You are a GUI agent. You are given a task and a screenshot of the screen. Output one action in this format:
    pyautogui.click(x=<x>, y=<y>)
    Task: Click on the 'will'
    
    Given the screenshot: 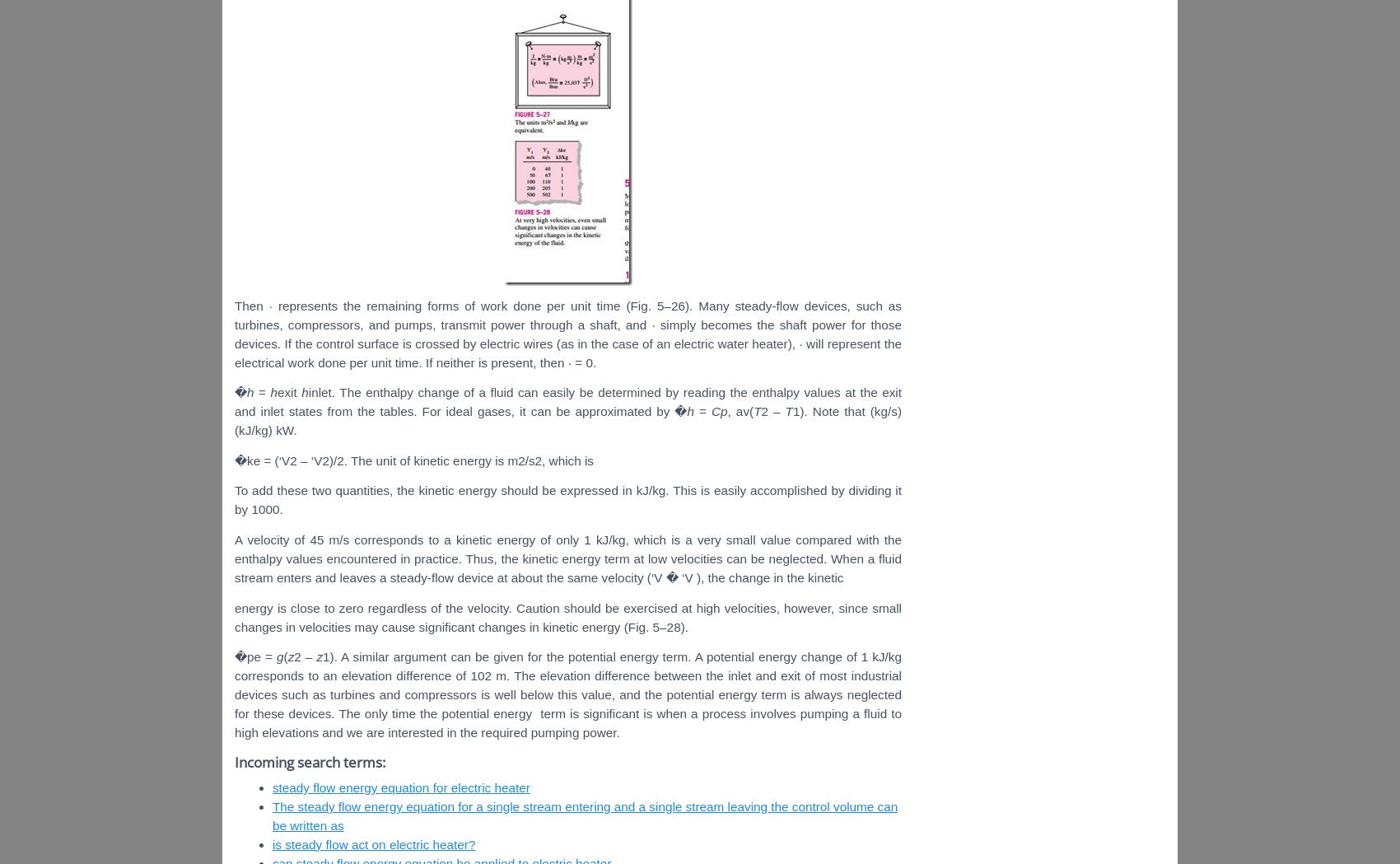 What is the action you would take?
    pyautogui.click(x=815, y=342)
    